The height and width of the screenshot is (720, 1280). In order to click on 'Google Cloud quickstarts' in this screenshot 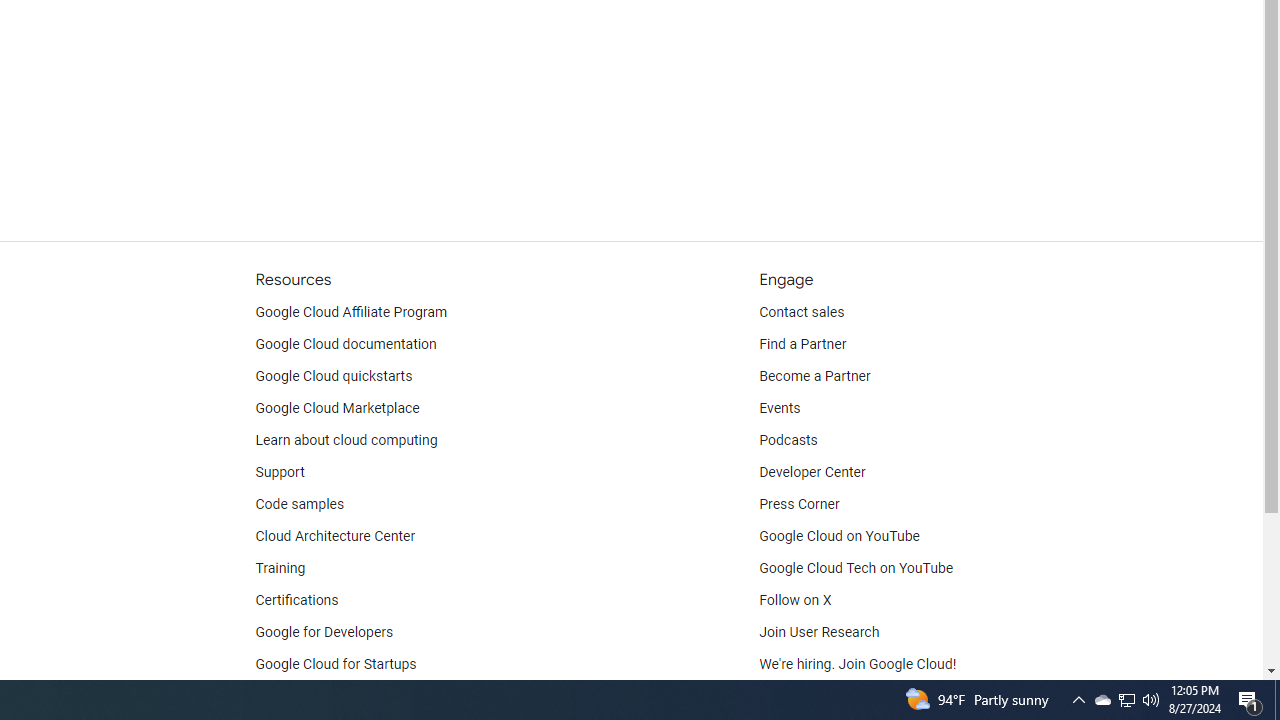, I will do `click(334, 376)`.